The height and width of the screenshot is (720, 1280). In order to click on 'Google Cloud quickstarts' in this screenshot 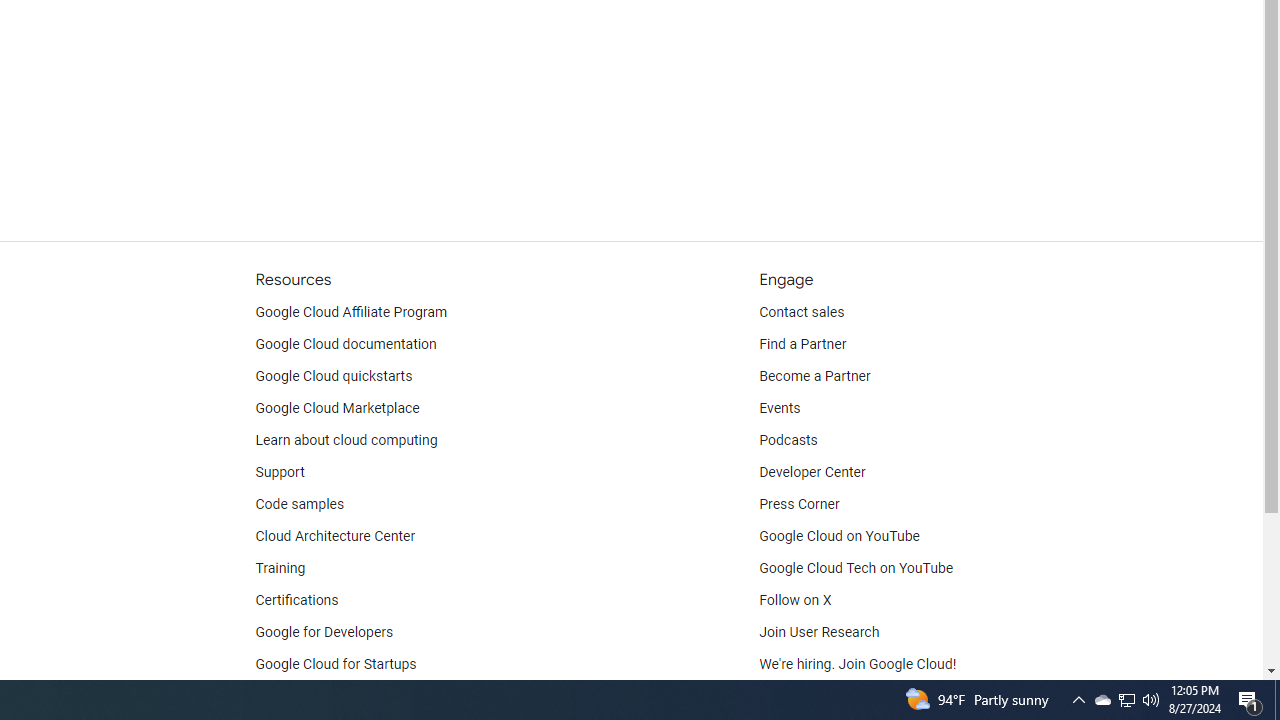, I will do `click(334, 376)`.